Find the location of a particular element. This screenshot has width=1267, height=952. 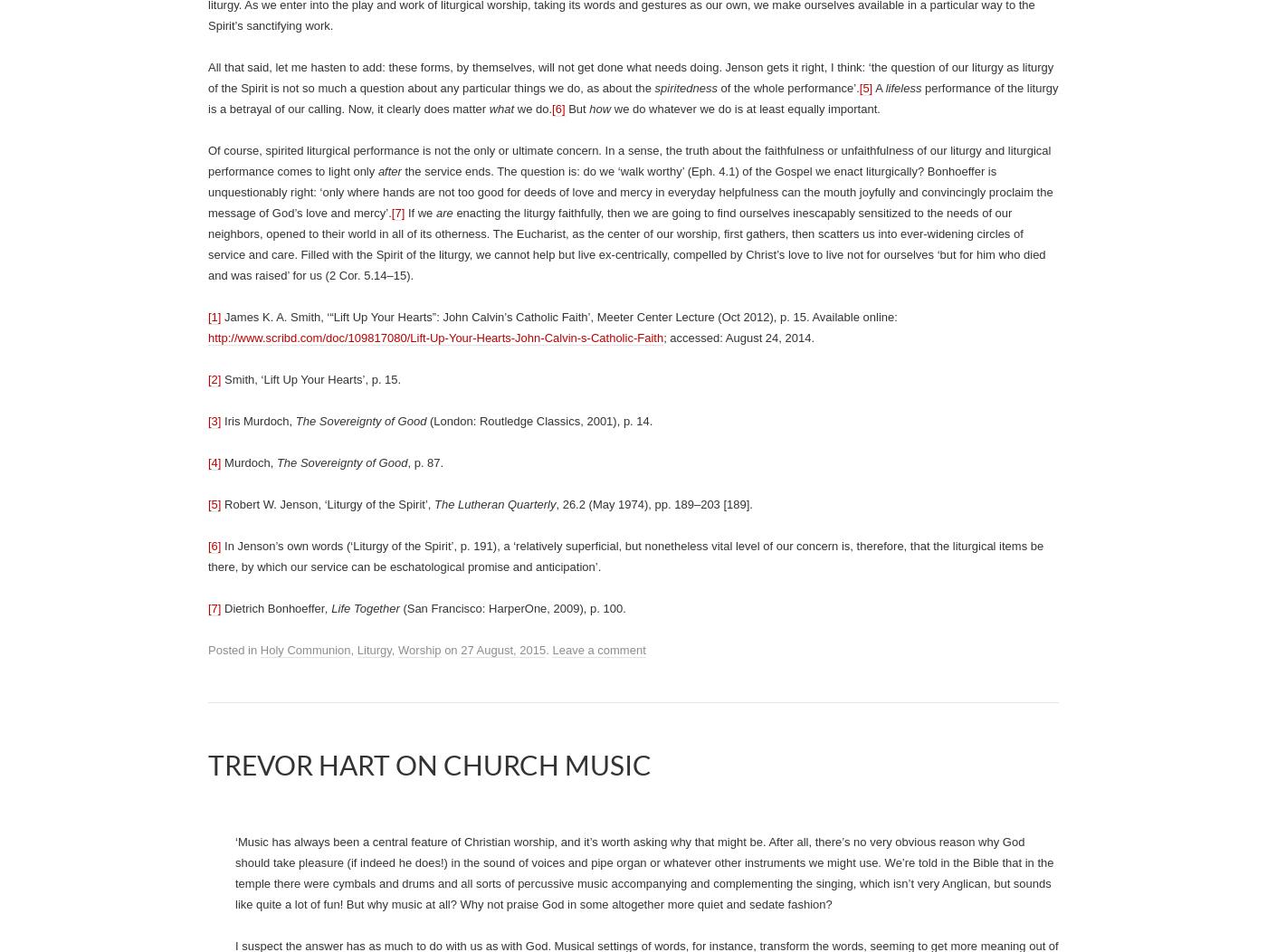

'Worship' is located at coordinates (419, 650).